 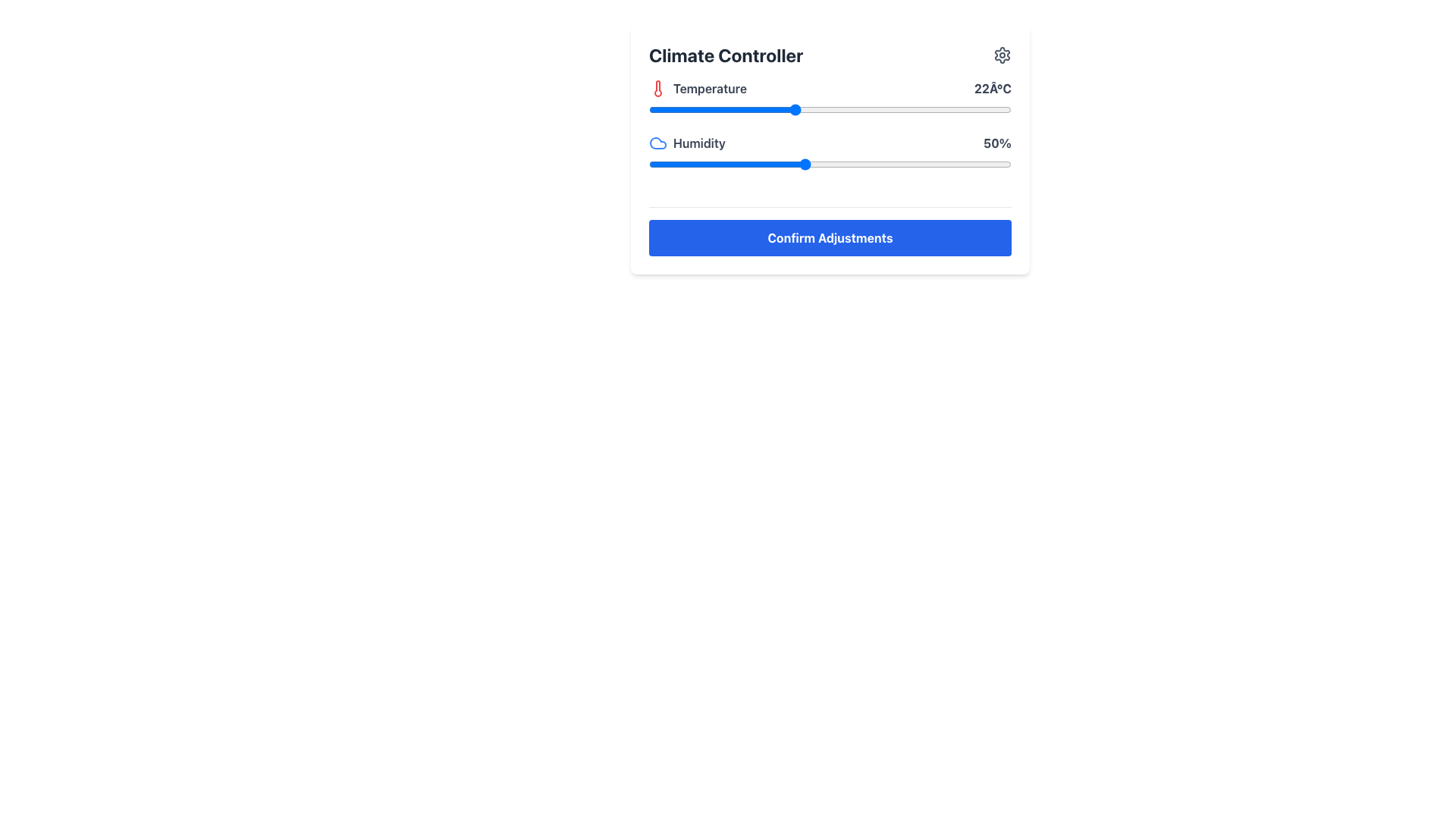 I want to click on the sliders within the climate control interface to adjust temperature or humidity settings, so click(x=829, y=149).